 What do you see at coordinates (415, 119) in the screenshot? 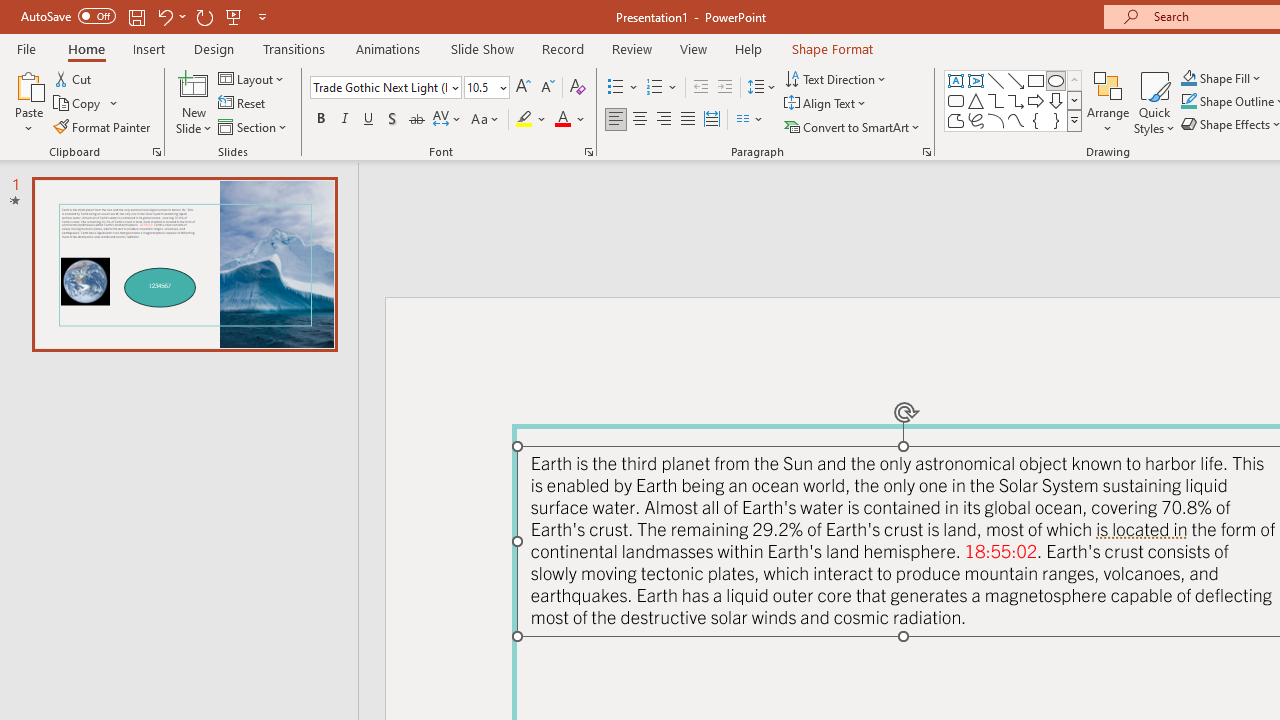
I see `'Strikethrough'` at bounding box center [415, 119].